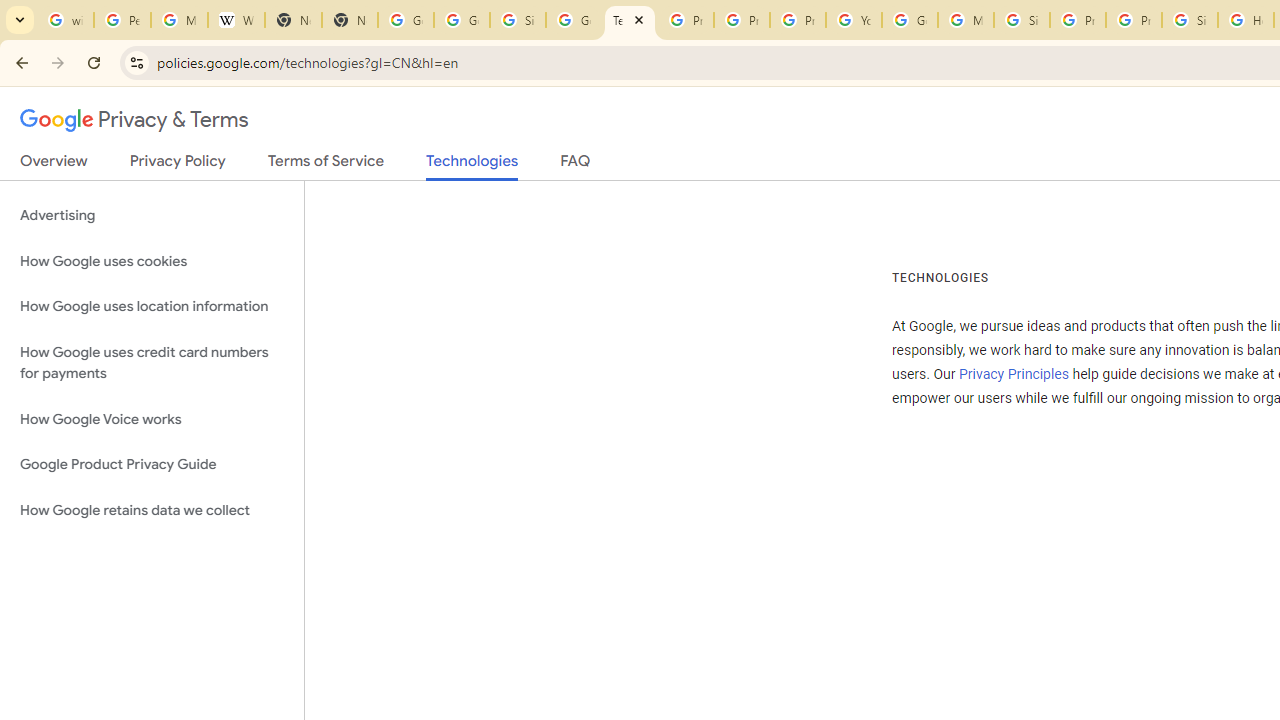  What do you see at coordinates (350, 20) in the screenshot?
I see `'New Tab'` at bounding box center [350, 20].